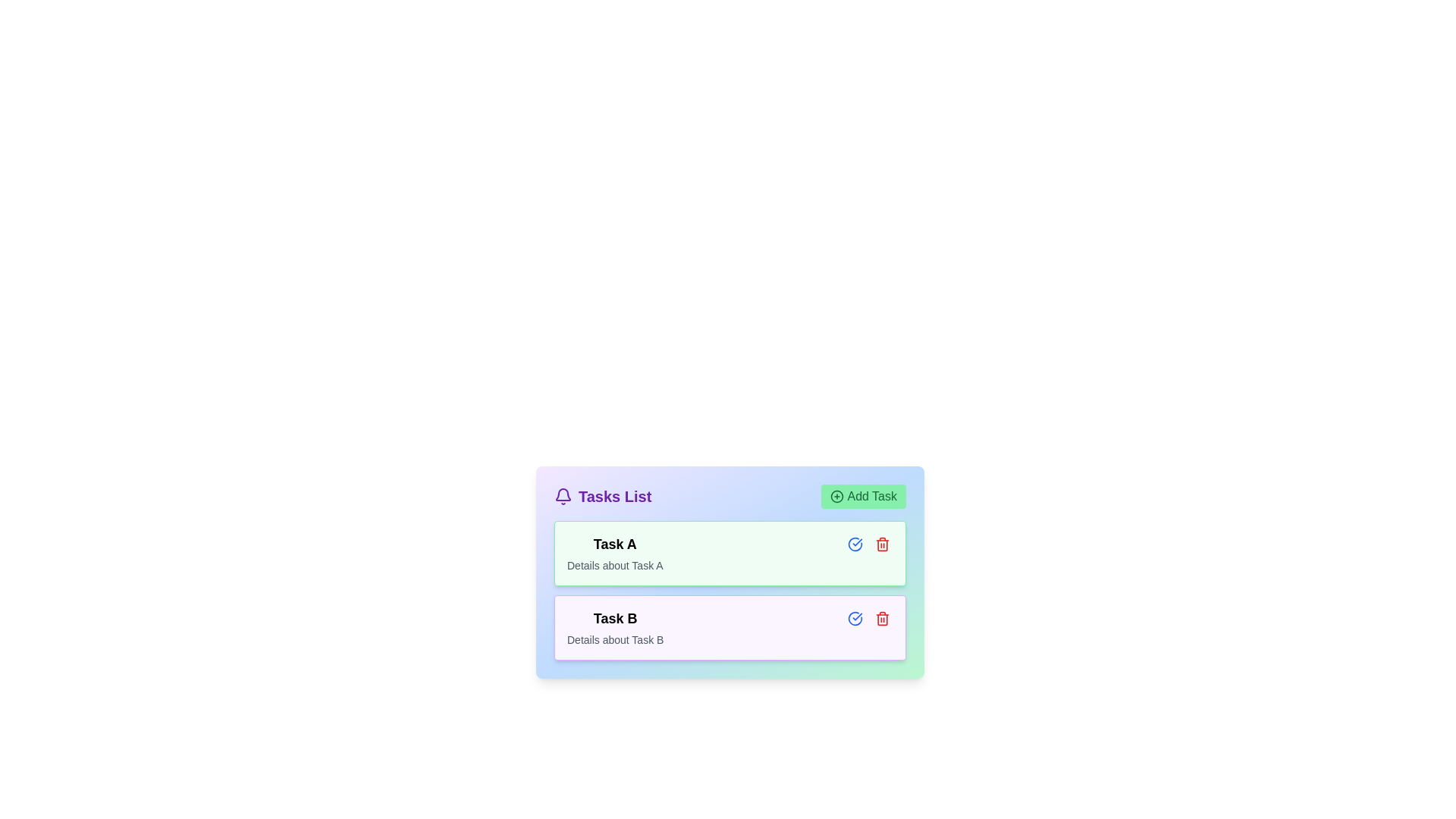  What do you see at coordinates (882, 619) in the screenshot?
I see `the delete button for 'Task B'` at bounding box center [882, 619].